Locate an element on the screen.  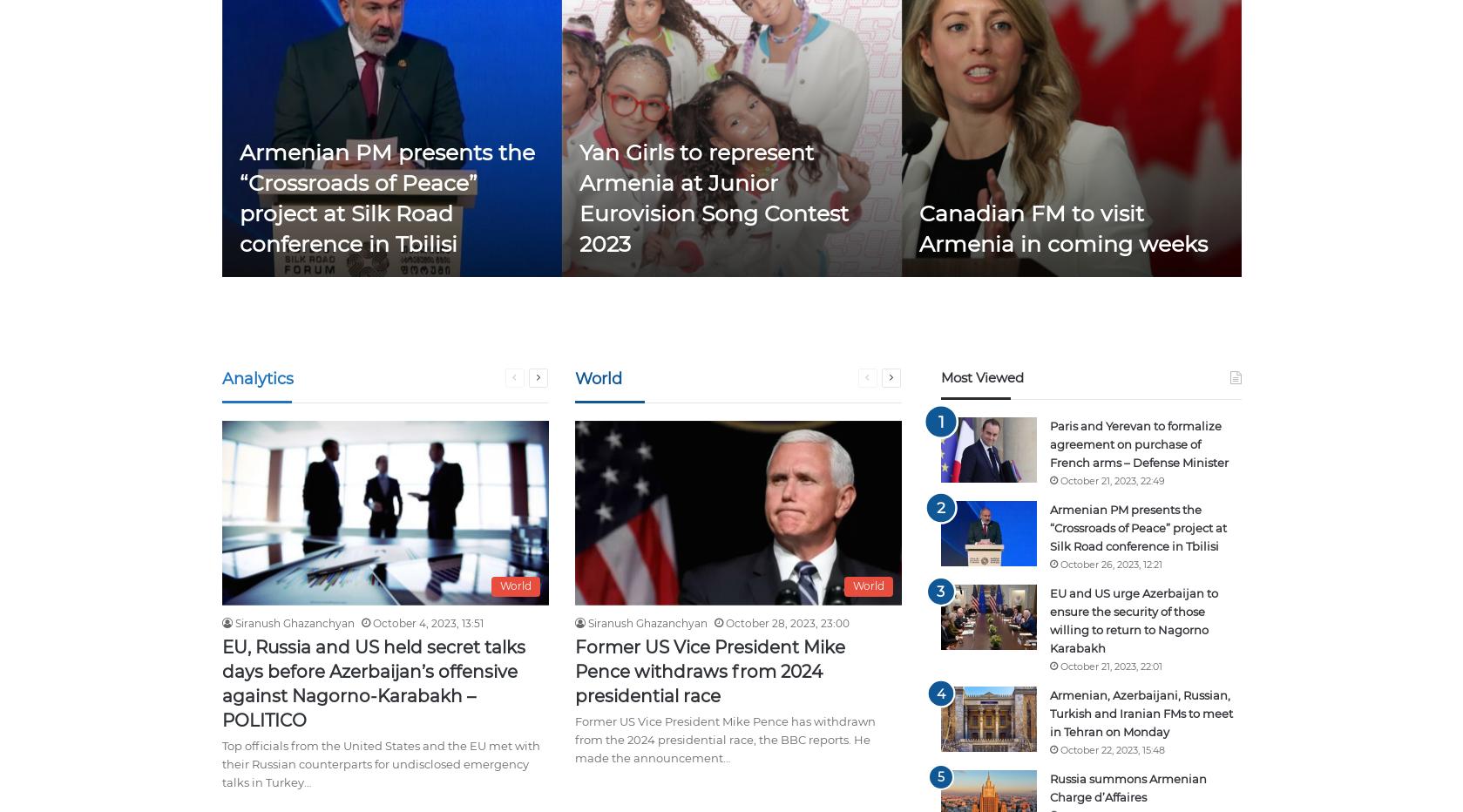
'Analytics' is located at coordinates (257, 378).